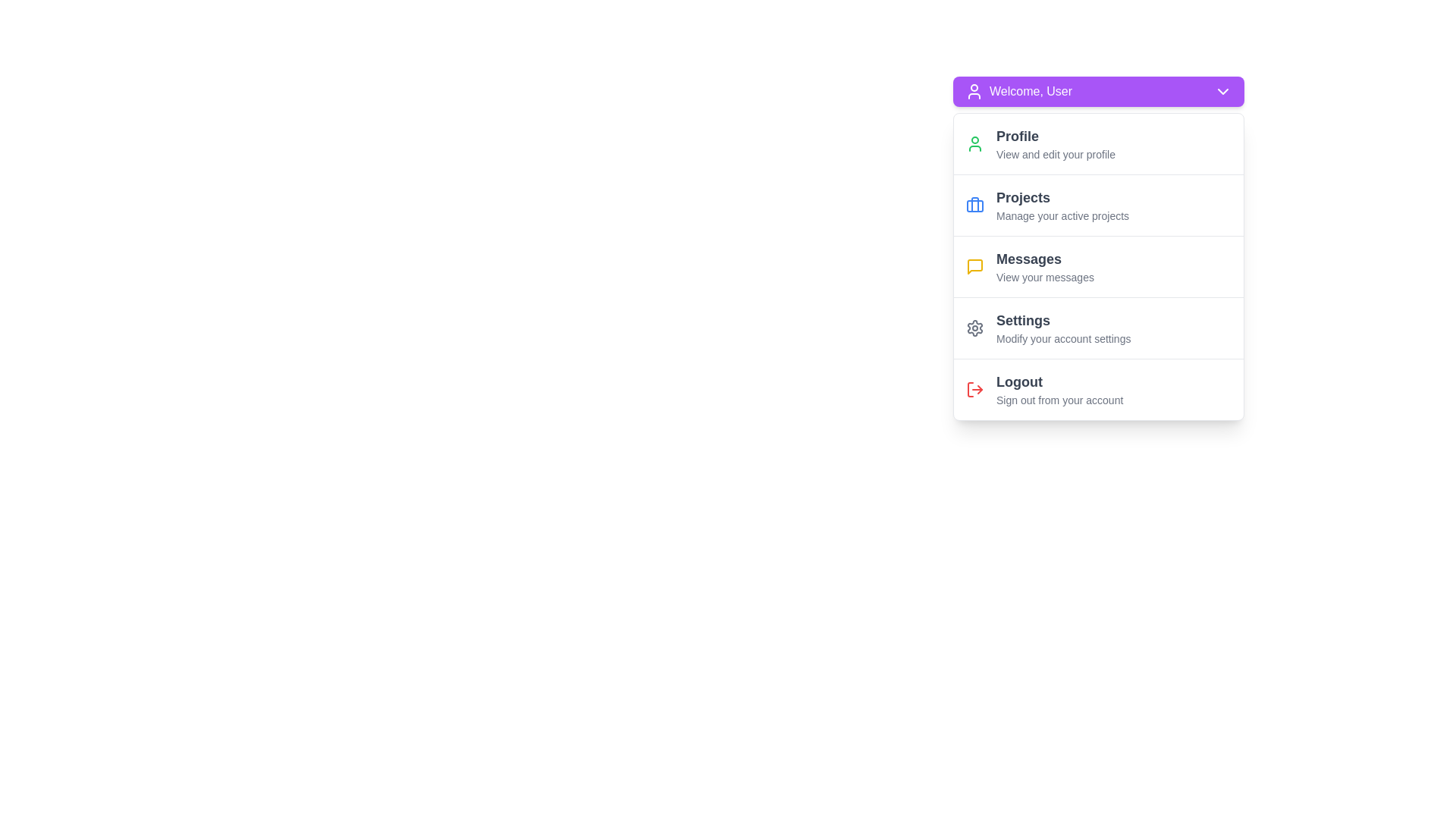 This screenshot has width=1456, height=819. Describe the element at coordinates (1044, 278) in the screenshot. I see `the text label 'View your messages' located below the 'Messages' title in the dropdown menu` at that location.